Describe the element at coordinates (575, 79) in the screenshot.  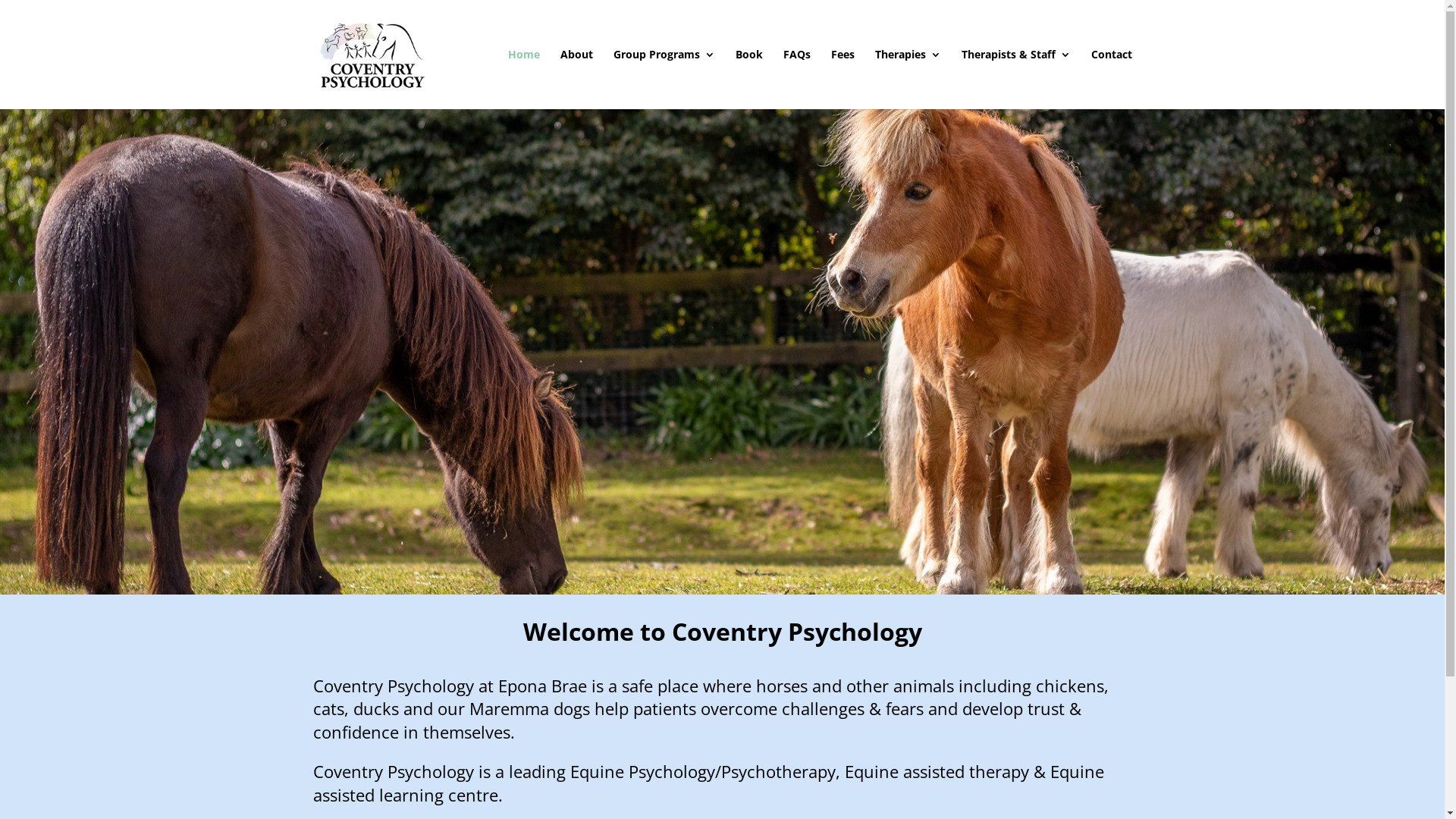
I see `'About'` at that location.